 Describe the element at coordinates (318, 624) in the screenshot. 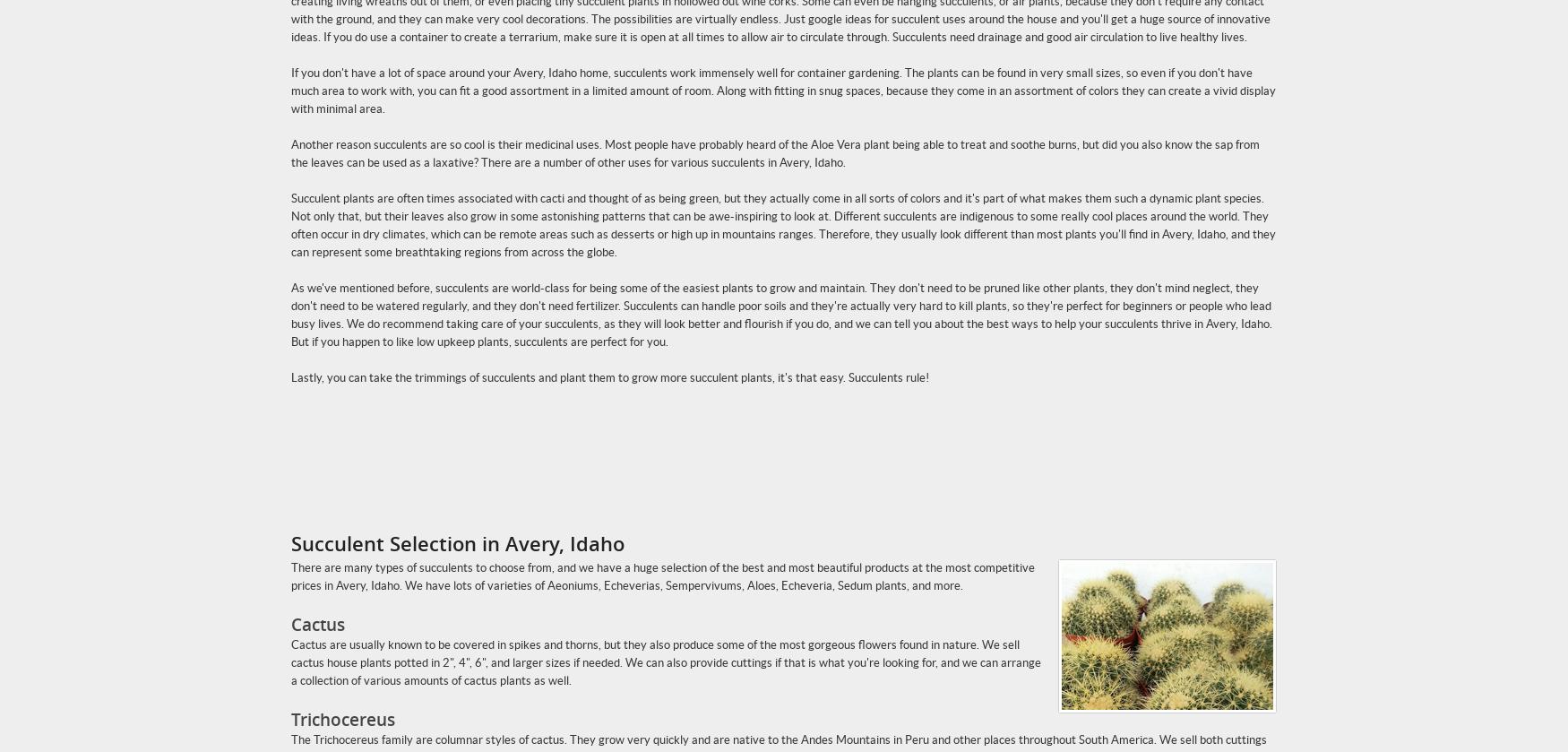

I see `'Cactus'` at that location.